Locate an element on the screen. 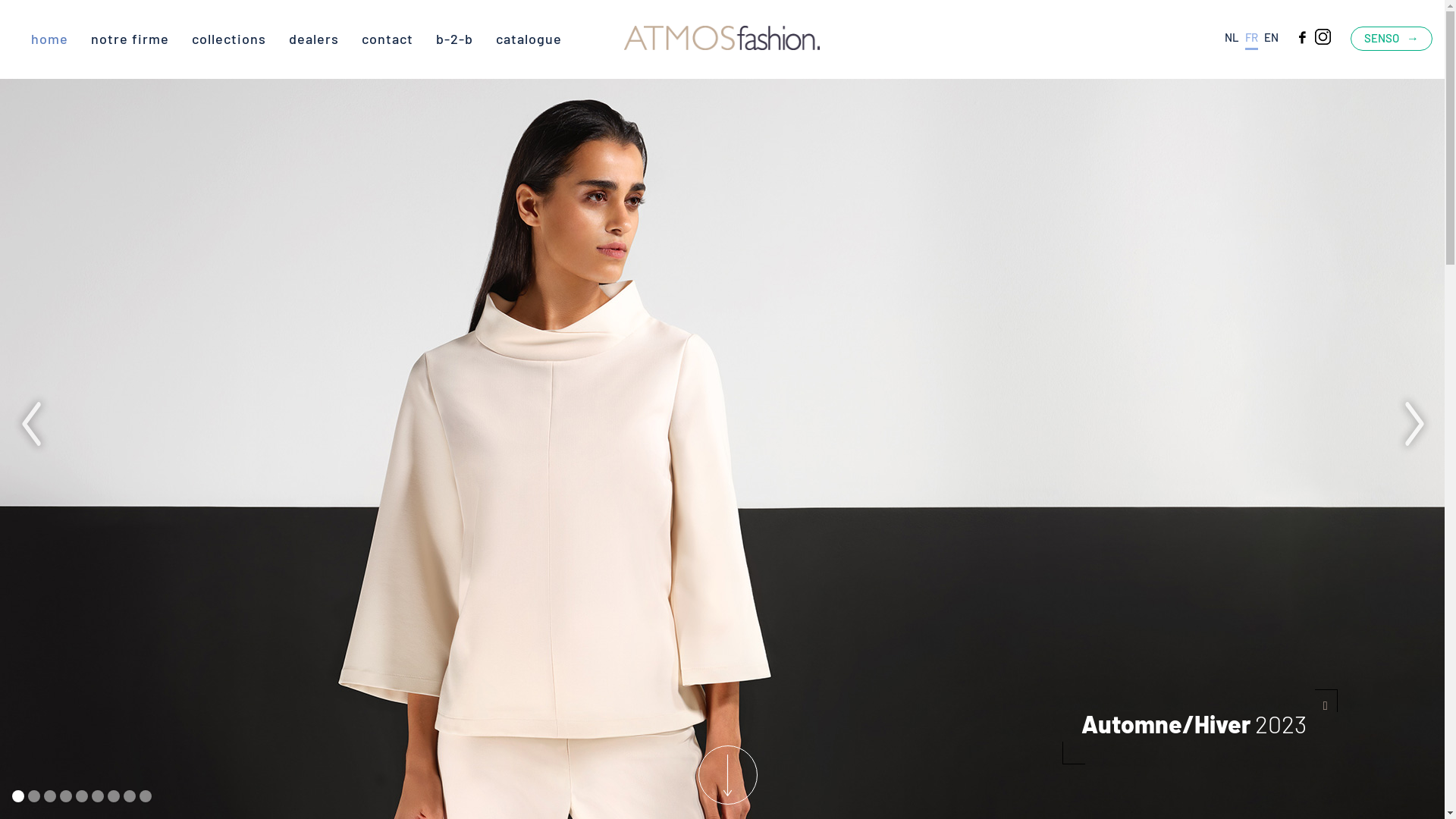 The width and height of the screenshot is (1456, 819). 'contact' is located at coordinates (360, 37).